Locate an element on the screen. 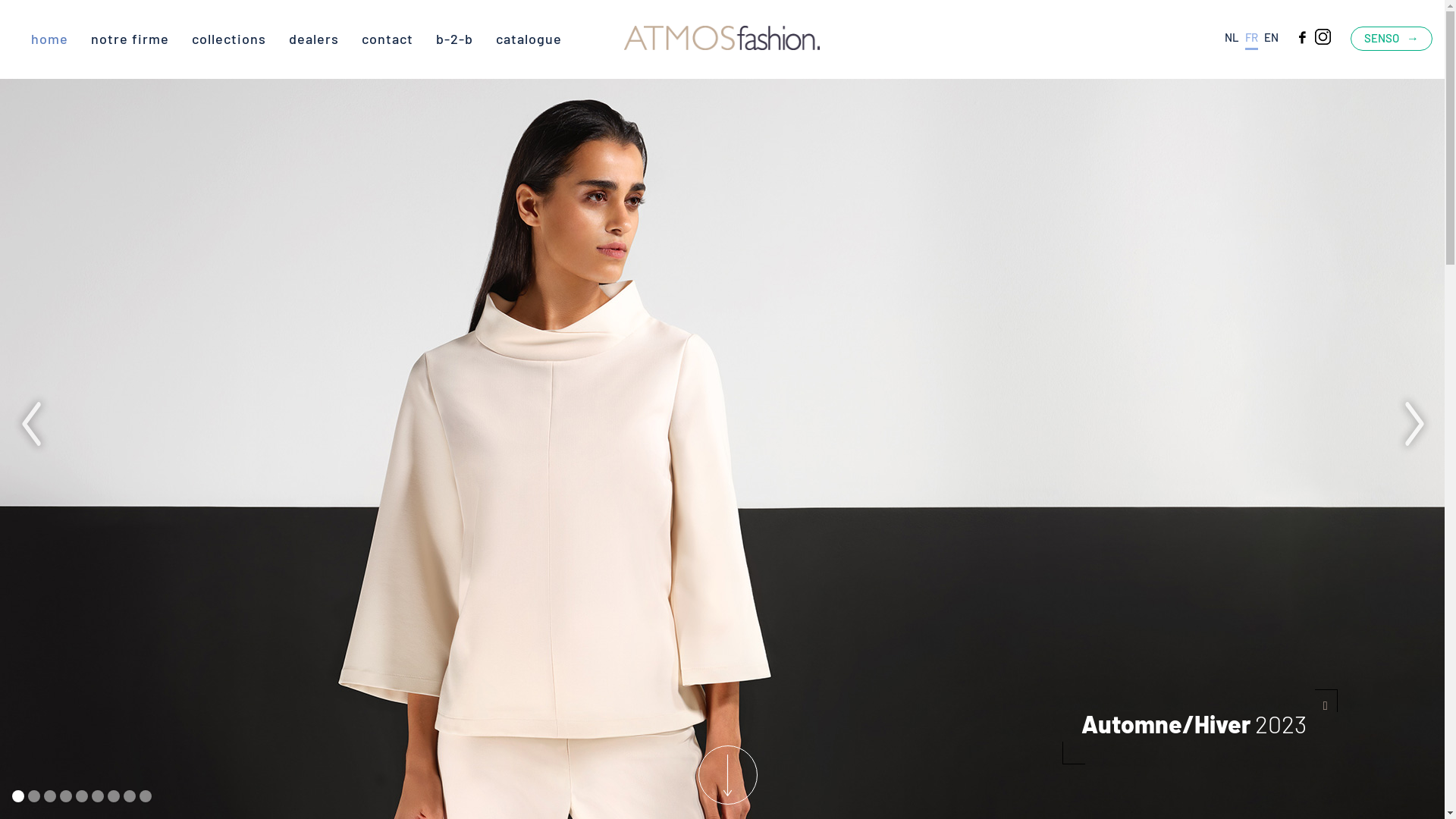 The width and height of the screenshot is (1456, 819). 'contact' is located at coordinates (360, 37).